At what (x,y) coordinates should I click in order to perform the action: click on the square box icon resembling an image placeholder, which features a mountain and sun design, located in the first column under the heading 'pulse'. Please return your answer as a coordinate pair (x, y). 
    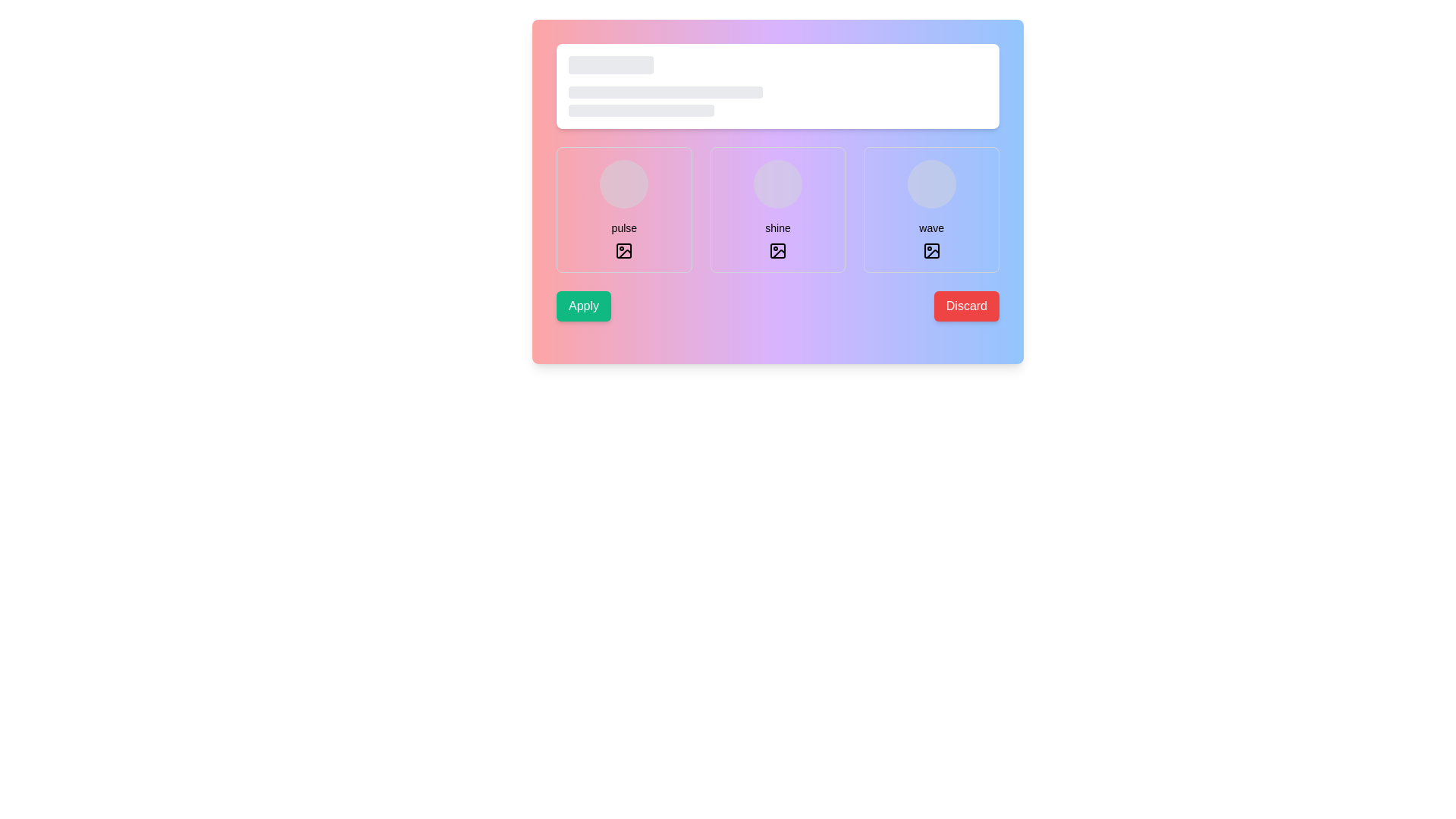
    Looking at the image, I should click on (624, 250).